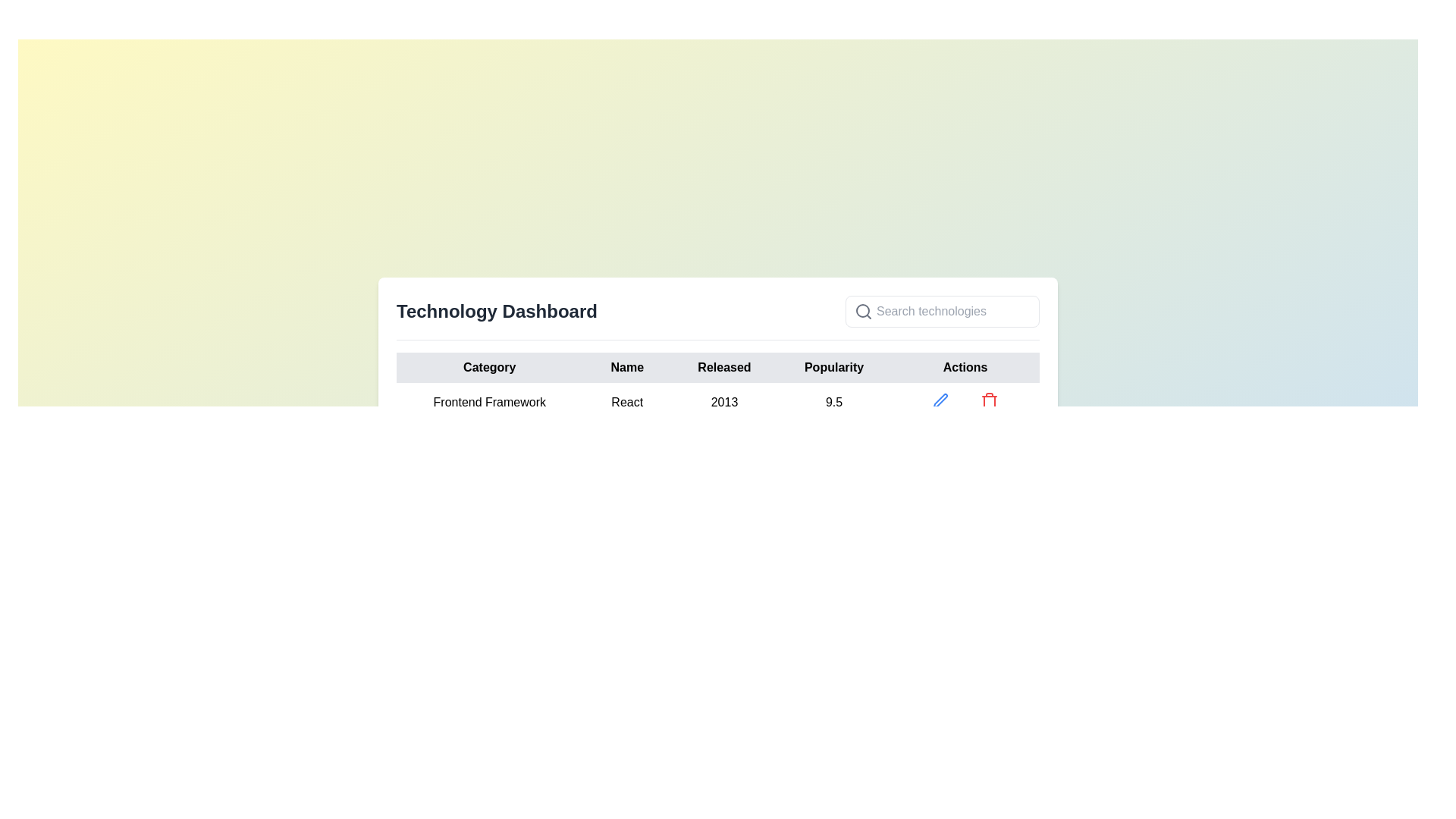  Describe the element at coordinates (723, 368) in the screenshot. I see `the header label indicating the release year or date in the table, which is the third column between 'Name' and 'Popularity'` at that location.